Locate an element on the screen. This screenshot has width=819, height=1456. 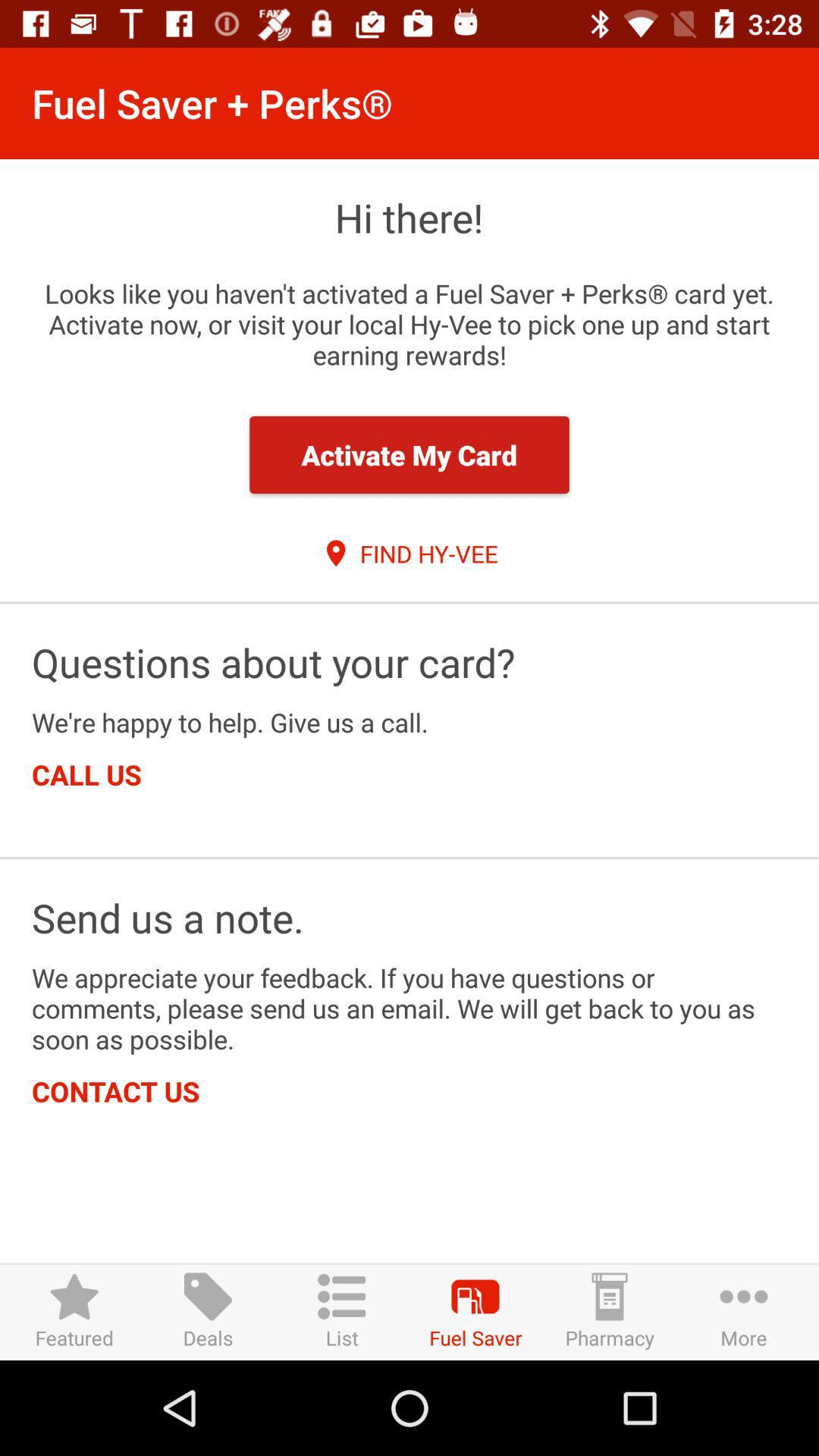
the icon next to fuel saver item is located at coordinates (608, 1311).